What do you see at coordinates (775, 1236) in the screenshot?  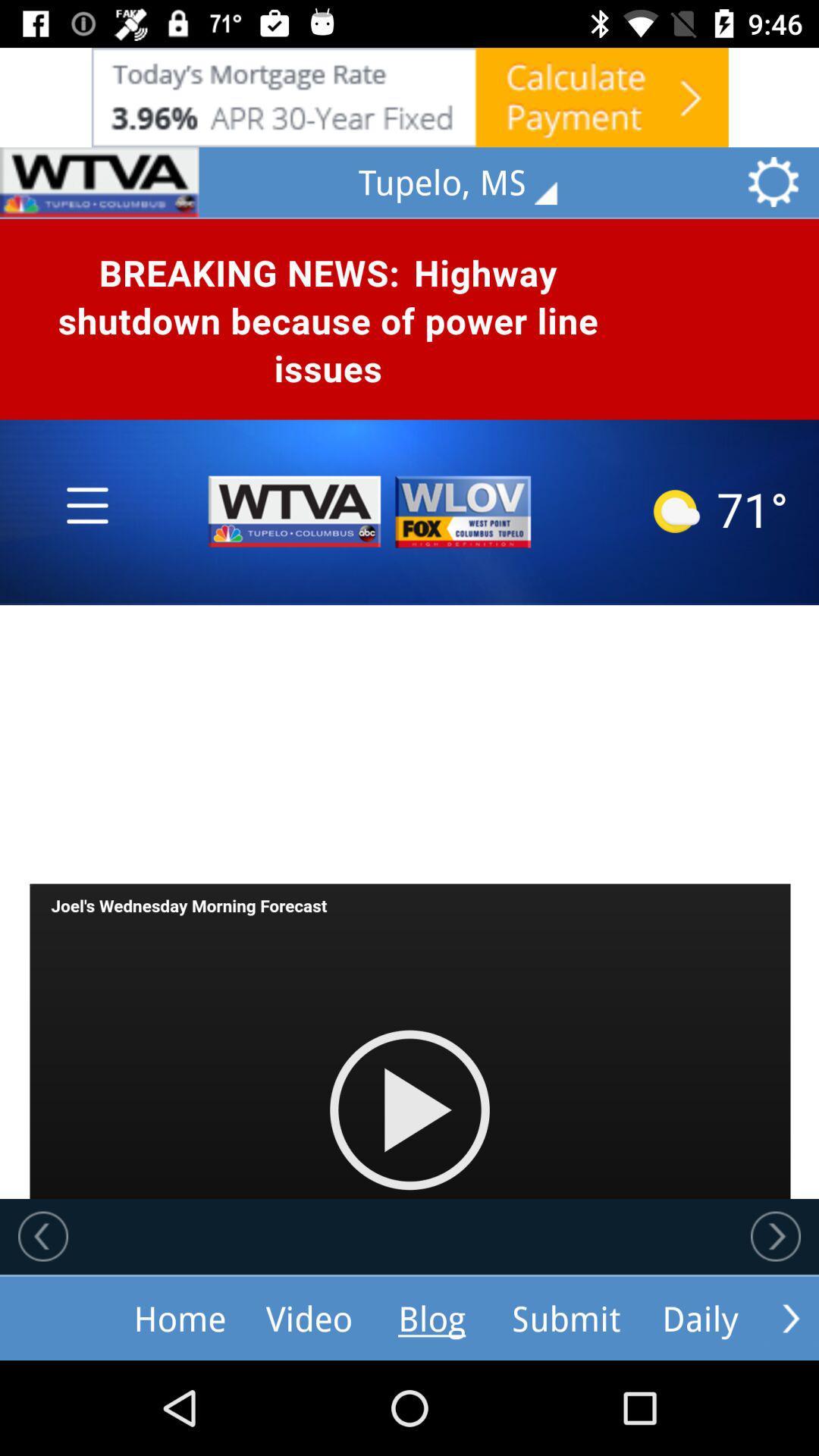 I see `next story` at bounding box center [775, 1236].